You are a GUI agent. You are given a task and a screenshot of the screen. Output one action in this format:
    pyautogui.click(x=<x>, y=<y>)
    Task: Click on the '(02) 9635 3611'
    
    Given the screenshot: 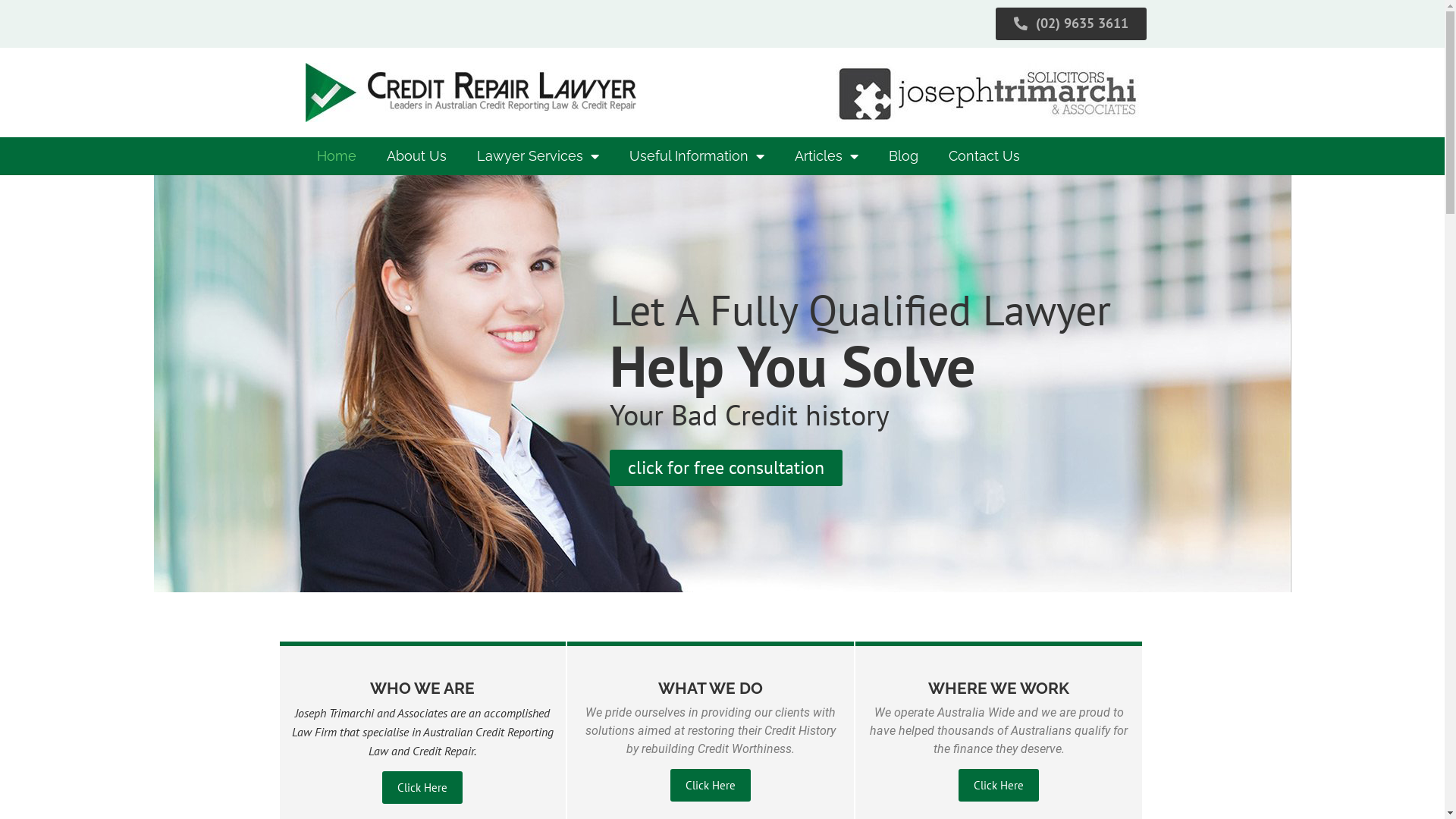 What is the action you would take?
    pyautogui.click(x=996, y=24)
    